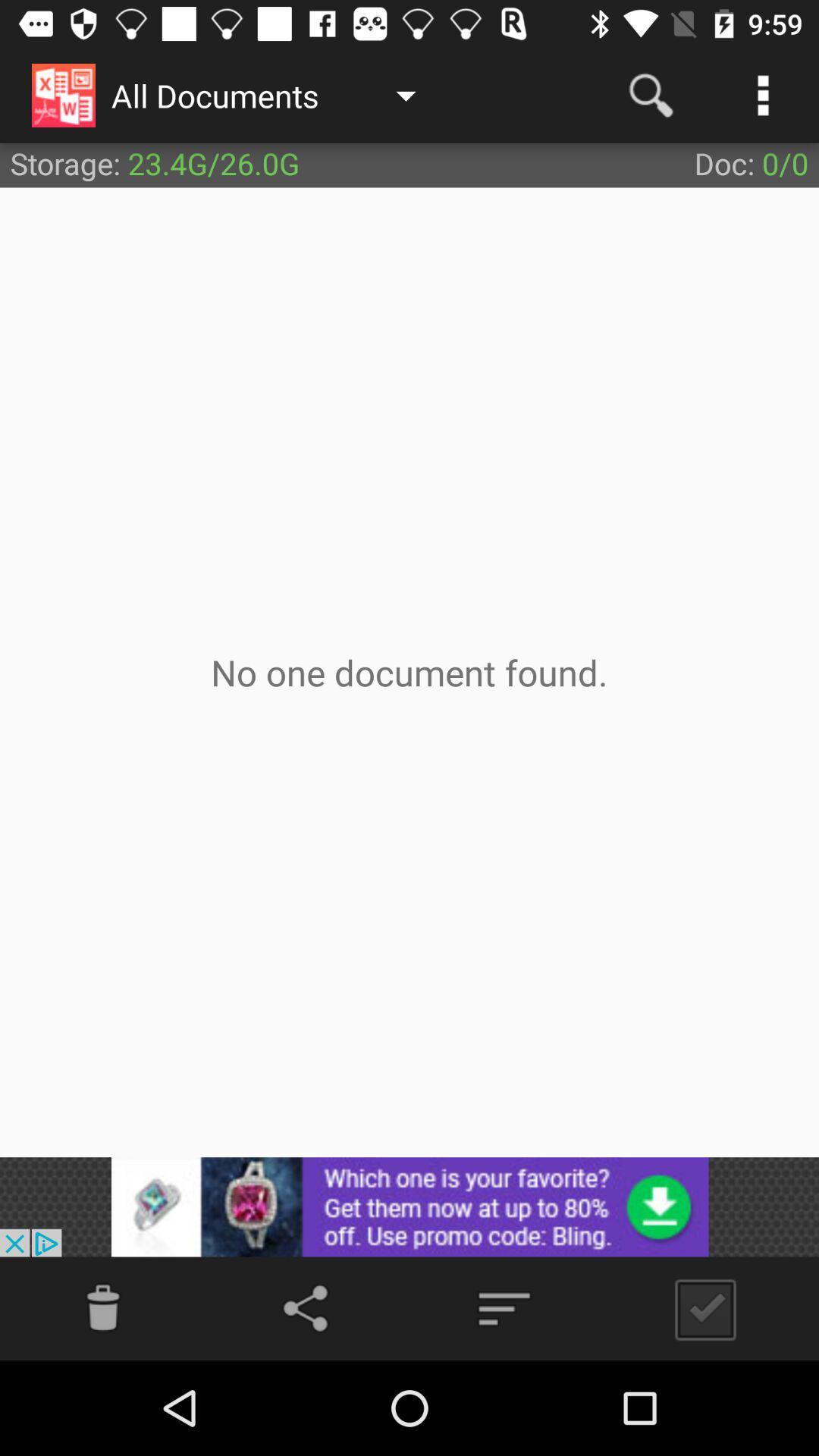 The image size is (819, 1456). Describe the element at coordinates (409, 1206) in the screenshot. I see `advert pop up` at that location.